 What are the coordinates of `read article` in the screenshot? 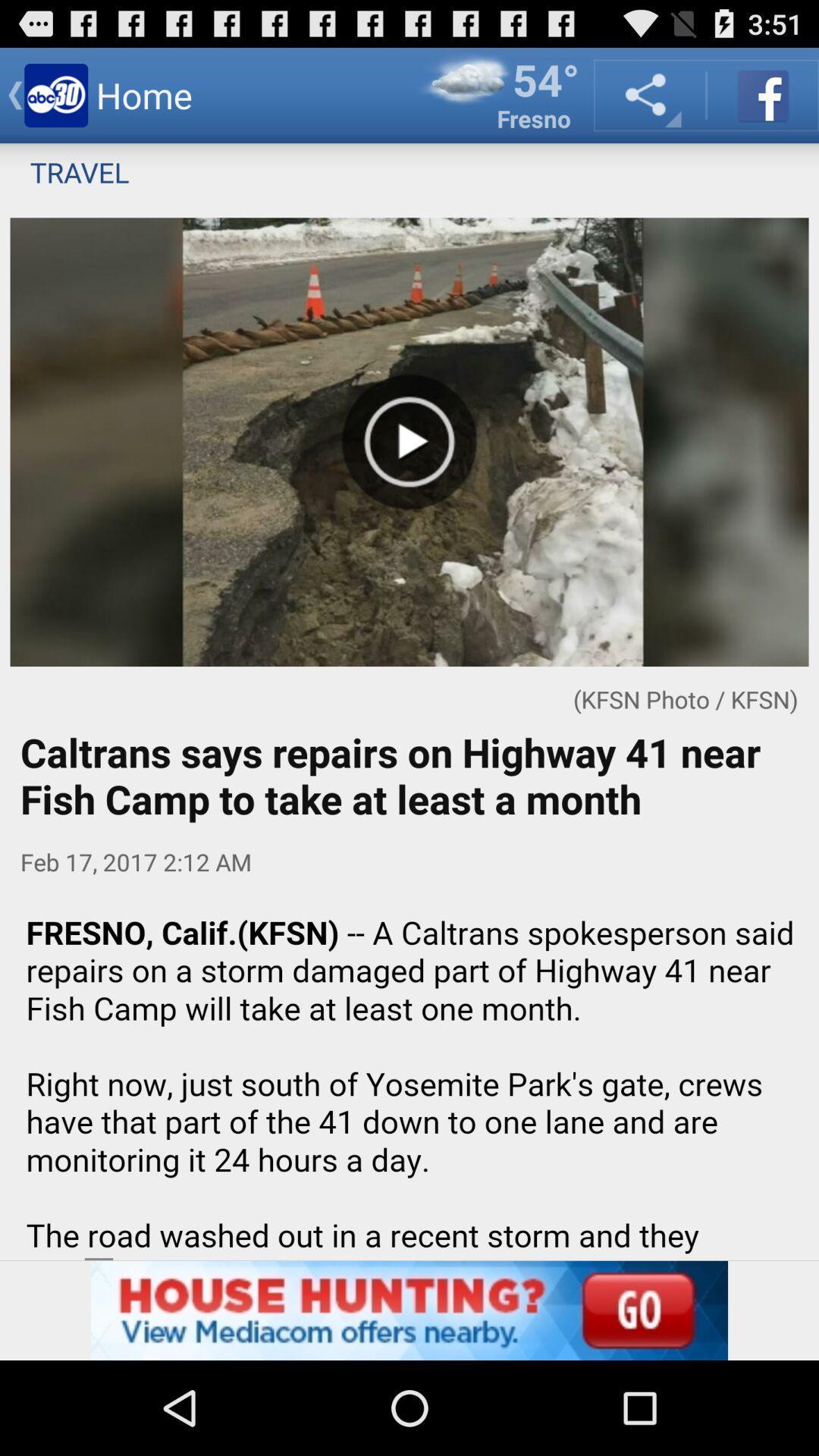 It's located at (409, 1077).